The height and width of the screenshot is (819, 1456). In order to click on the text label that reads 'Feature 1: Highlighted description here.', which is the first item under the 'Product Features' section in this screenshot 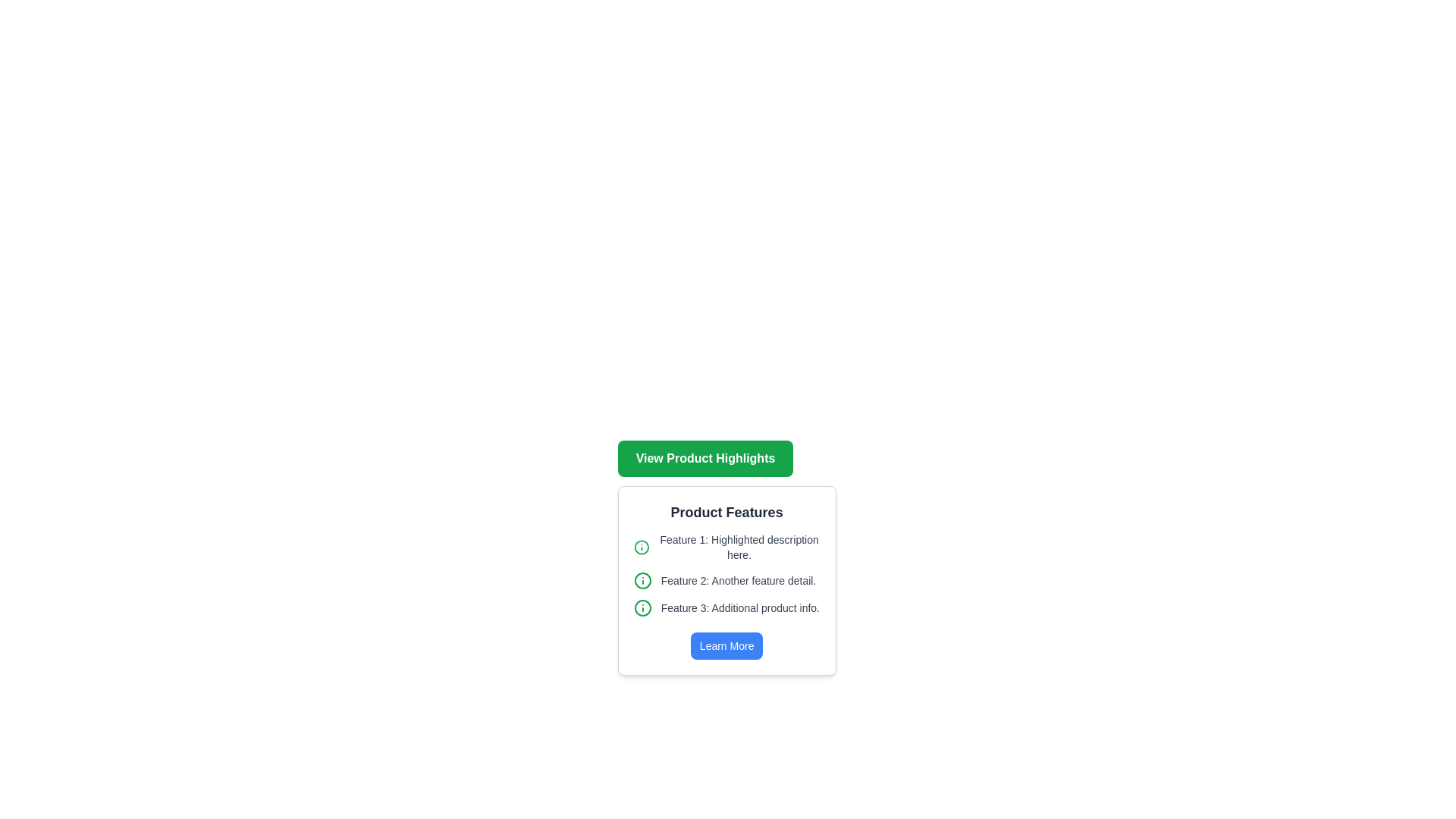, I will do `click(739, 547)`.